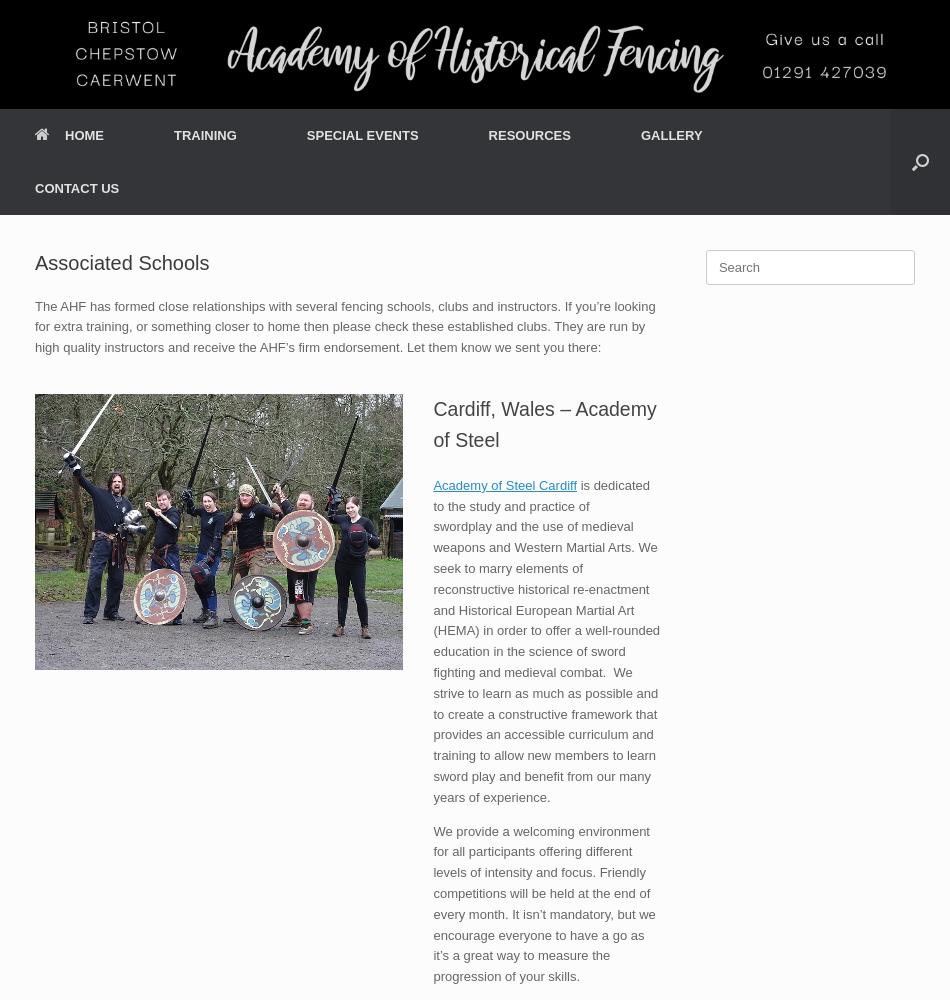 The image size is (950, 1000). What do you see at coordinates (214, 410) in the screenshot?
I see `'GENERAL RULES'` at bounding box center [214, 410].